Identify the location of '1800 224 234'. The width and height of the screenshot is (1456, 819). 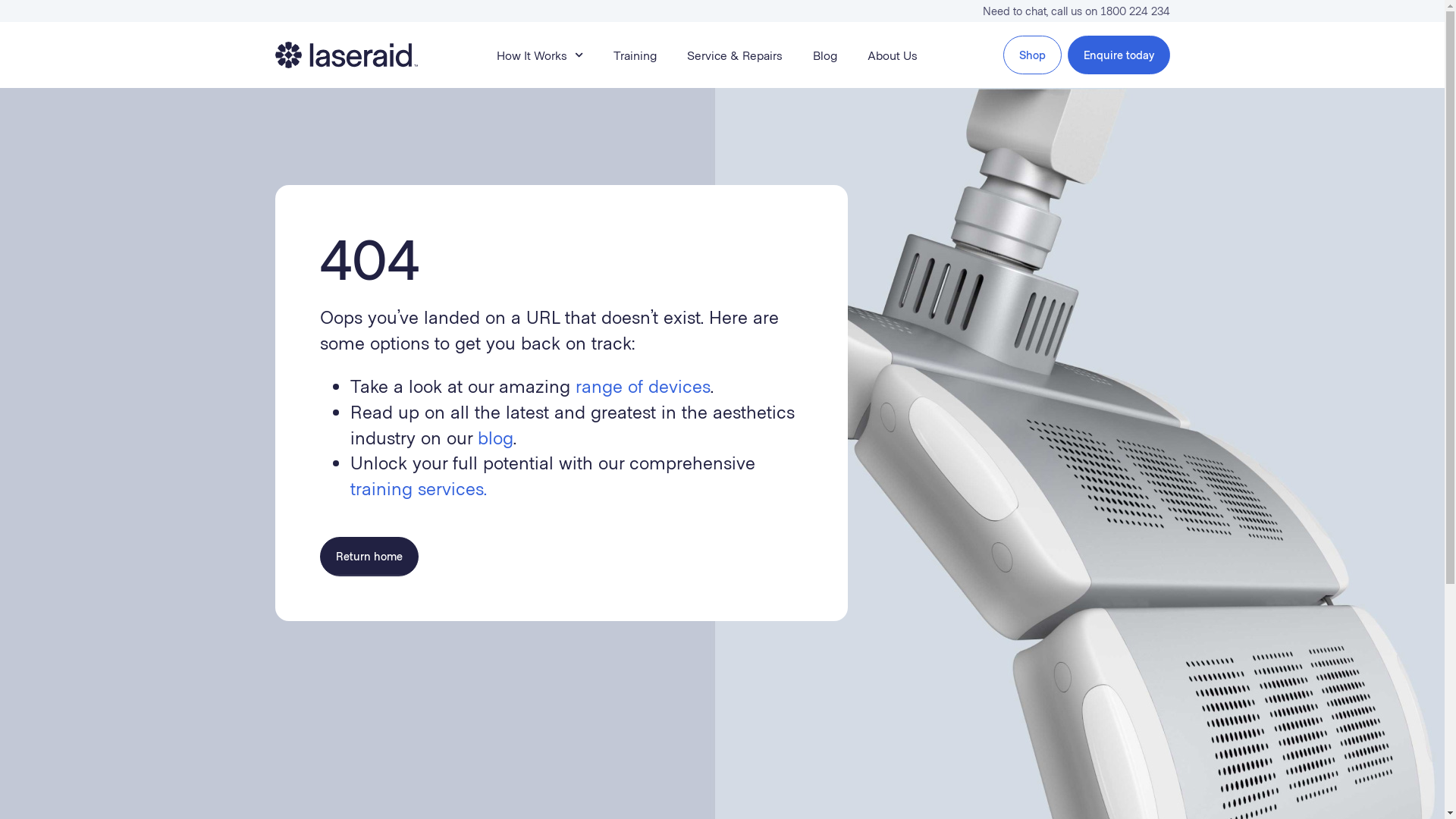
(1134, 11).